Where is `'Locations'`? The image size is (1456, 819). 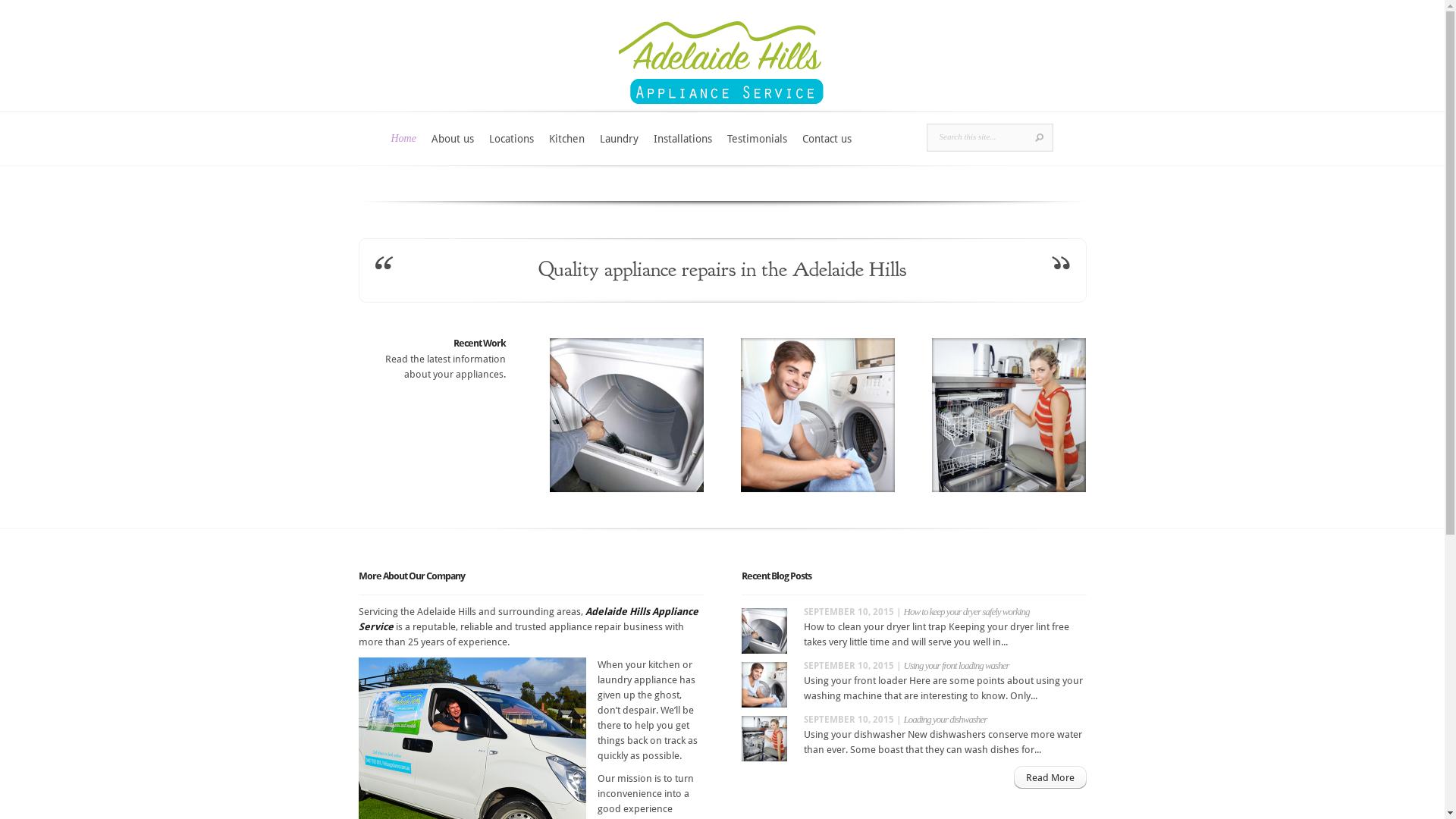
'Locations' is located at coordinates (511, 148).